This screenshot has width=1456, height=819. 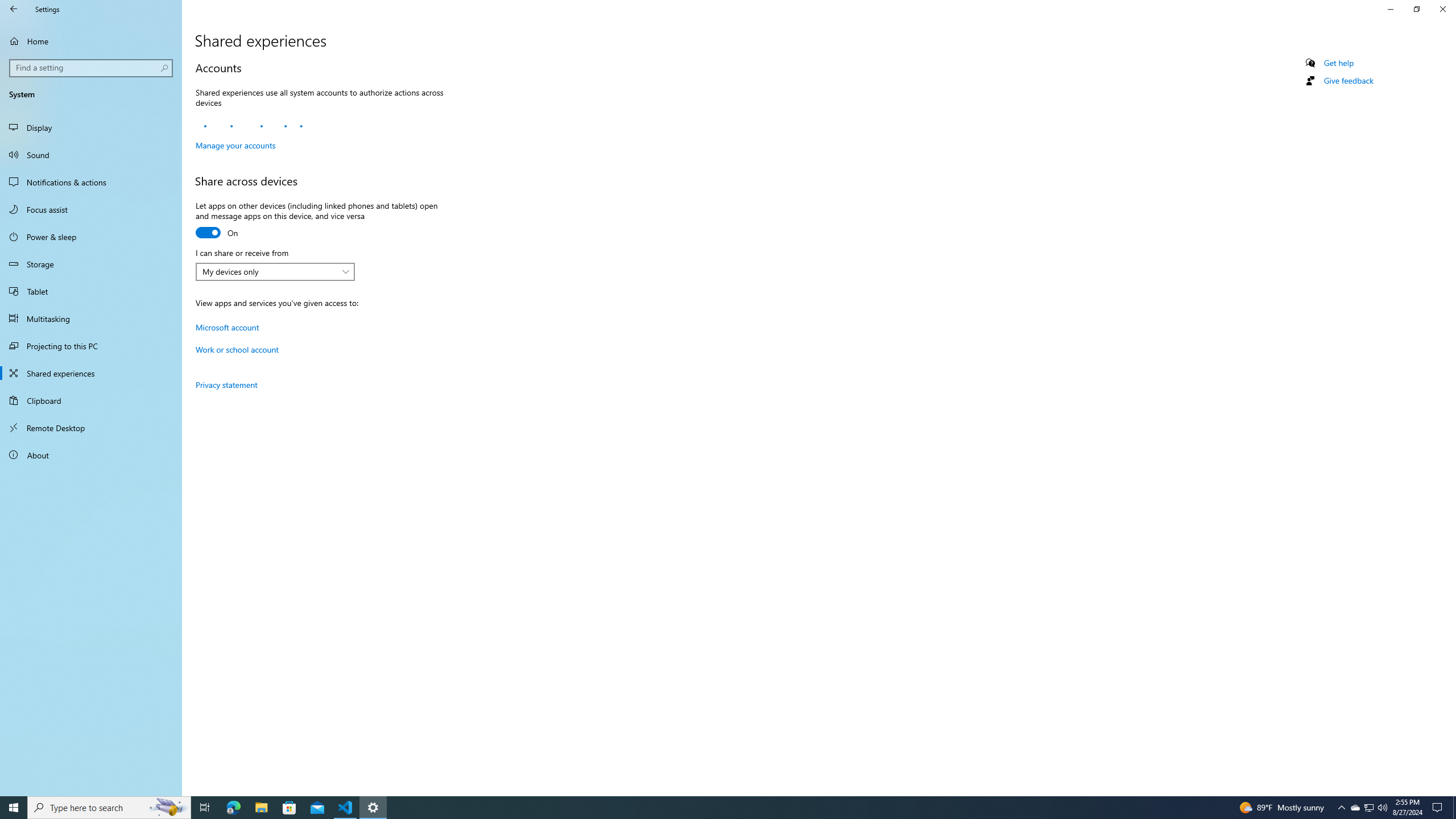 I want to click on 'Privacy statement', so click(x=226, y=384).